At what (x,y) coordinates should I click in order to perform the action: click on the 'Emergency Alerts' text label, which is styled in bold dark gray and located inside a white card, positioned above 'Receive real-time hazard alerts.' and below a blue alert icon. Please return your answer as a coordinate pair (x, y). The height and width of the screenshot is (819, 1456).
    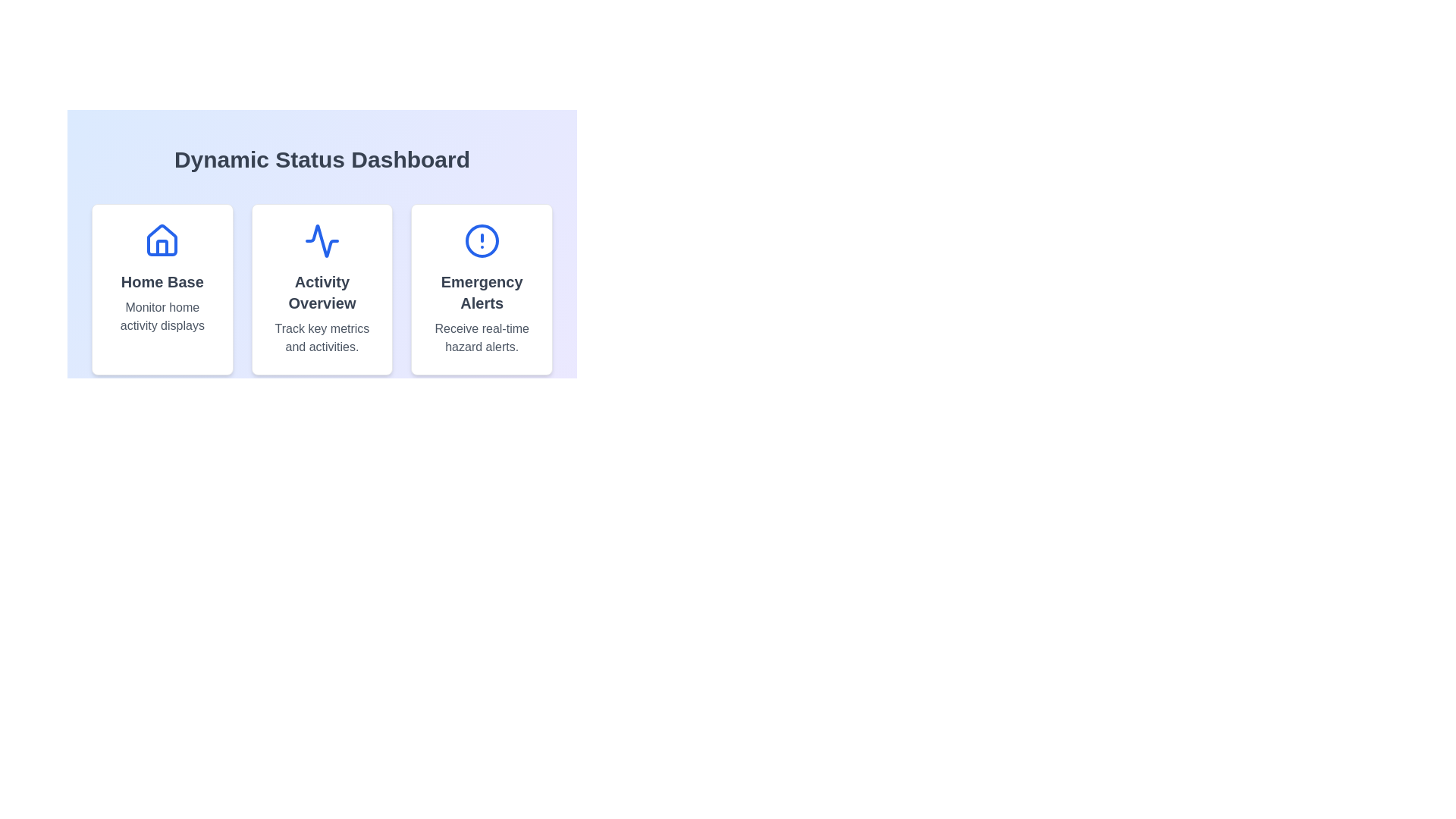
    Looking at the image, I should click on (481, 292).